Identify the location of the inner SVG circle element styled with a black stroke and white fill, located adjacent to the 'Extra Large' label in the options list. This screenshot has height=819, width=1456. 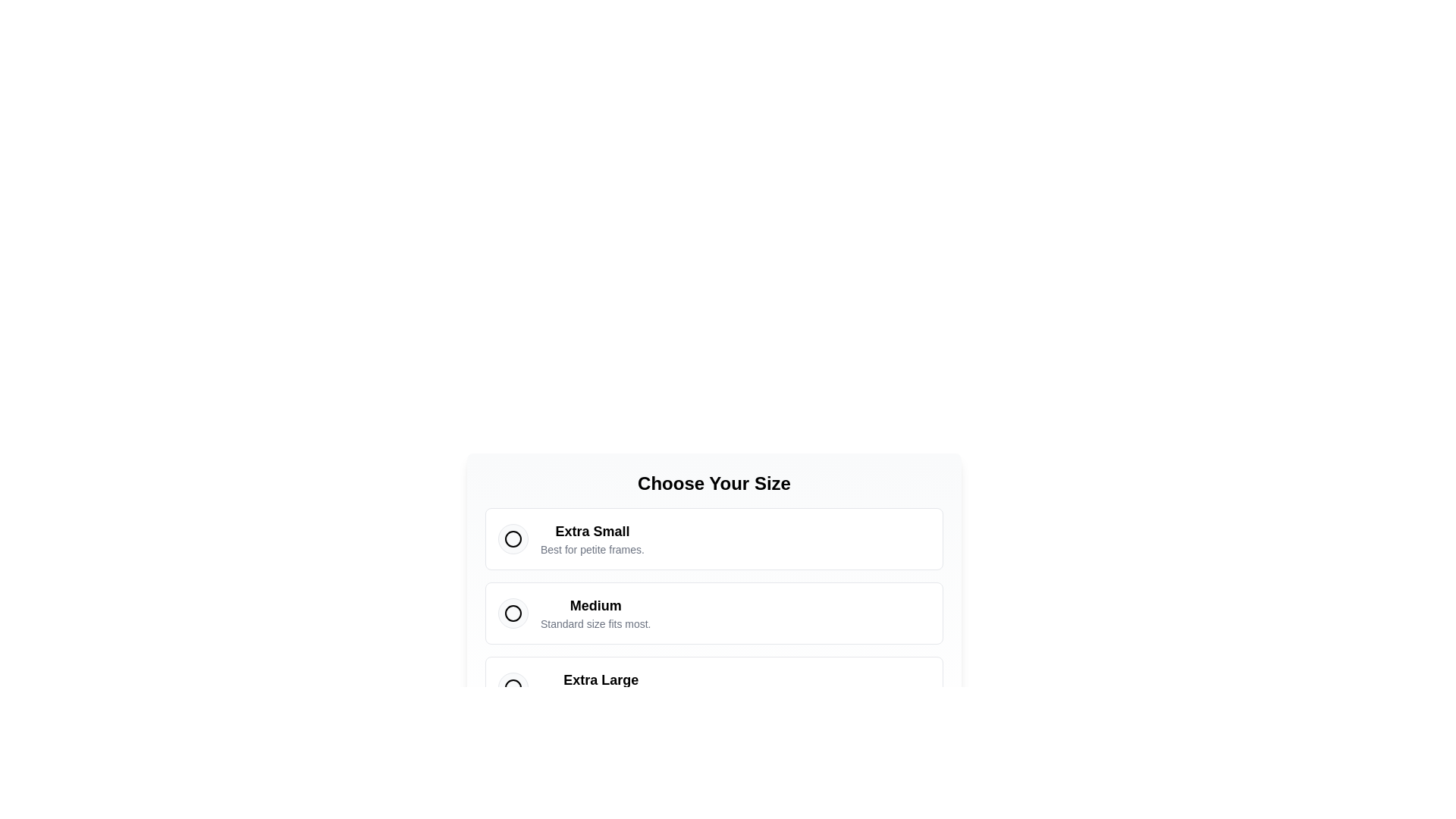
(513, 687).